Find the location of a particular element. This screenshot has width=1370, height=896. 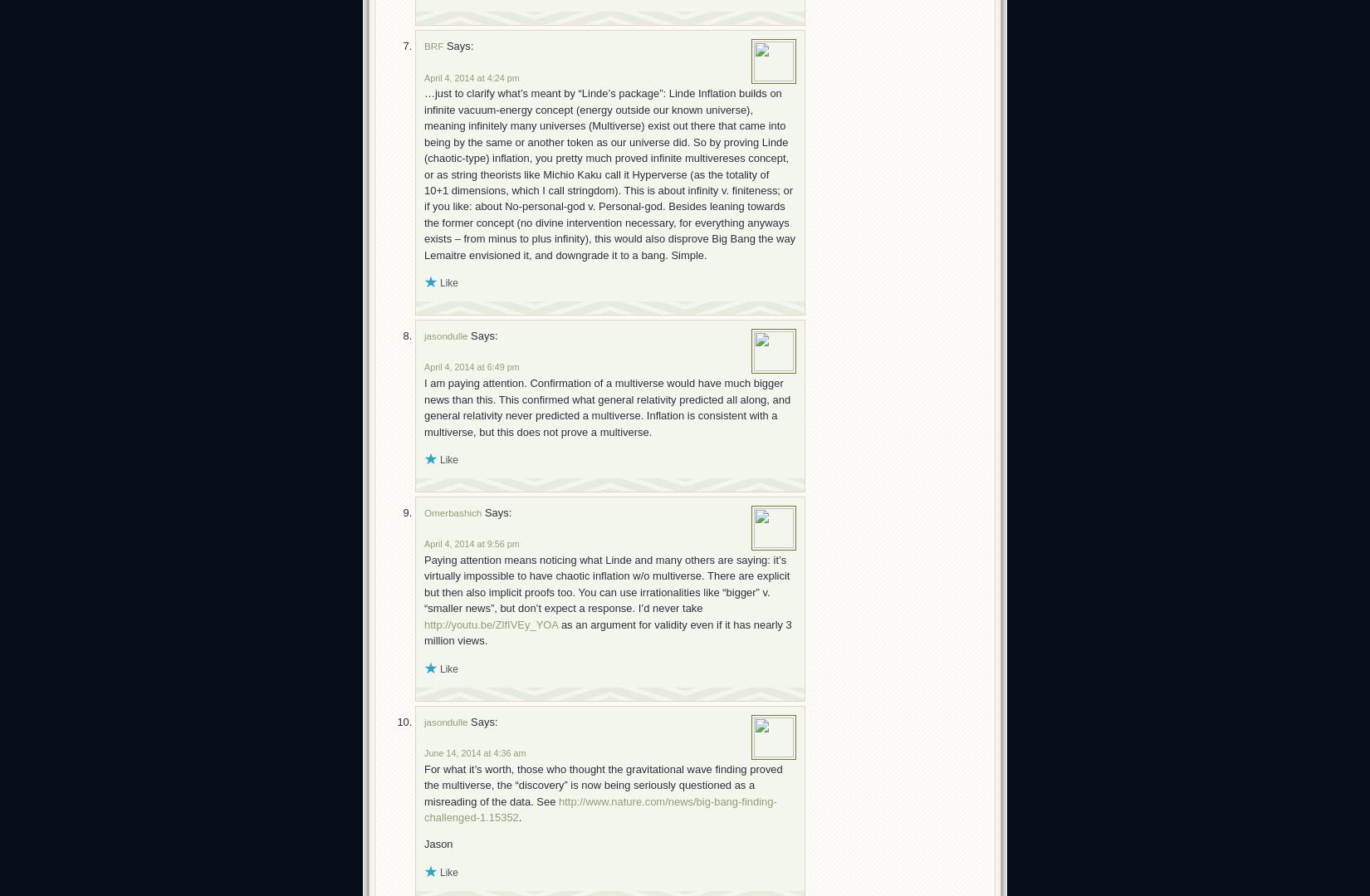

'http://www.nature.com/news/big-bang-finding-challenged-1.15352' is located at coordinates (599, 808).